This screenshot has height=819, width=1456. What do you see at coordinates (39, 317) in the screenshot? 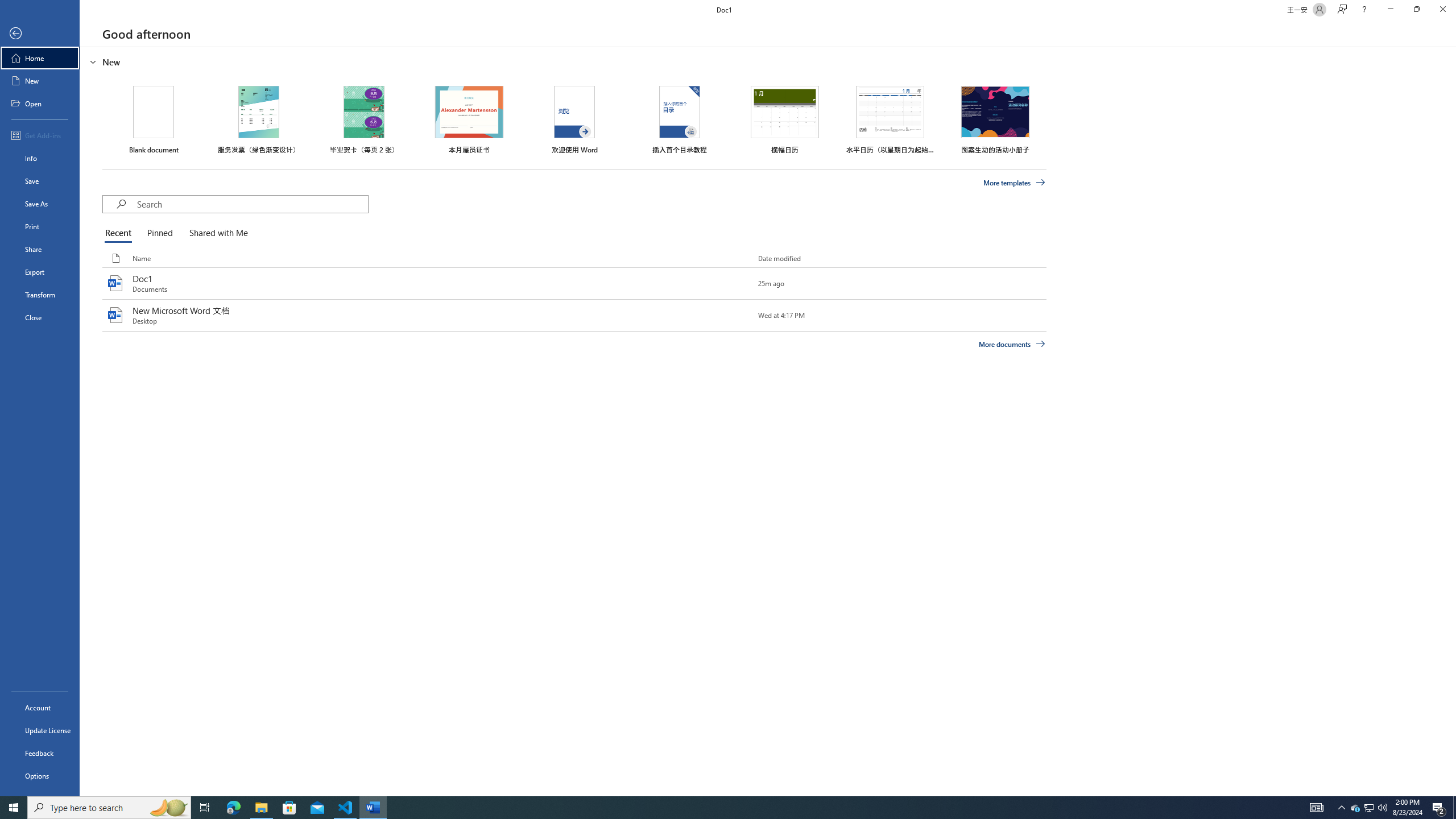
I see `'Close'` at bounding box center [39, 317].